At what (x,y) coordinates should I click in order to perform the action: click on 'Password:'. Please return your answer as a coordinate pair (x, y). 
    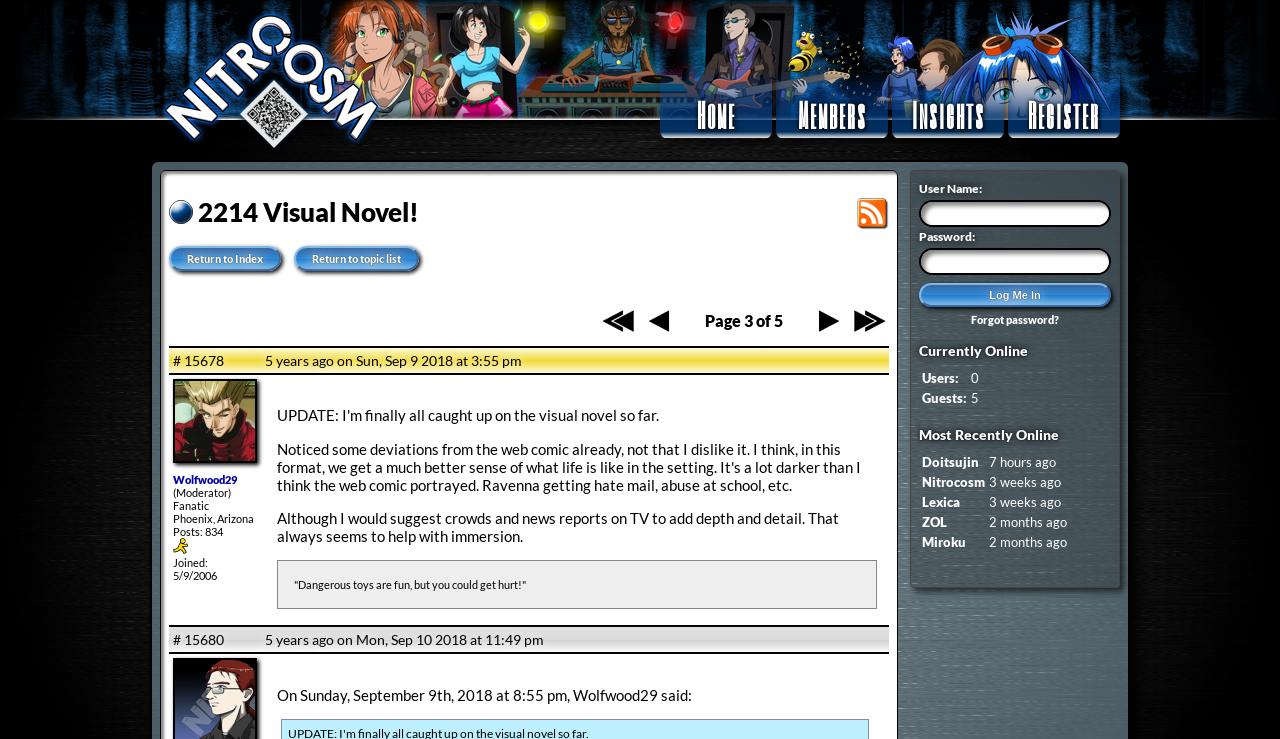
    Looking at the image, I should click on (945, 236).